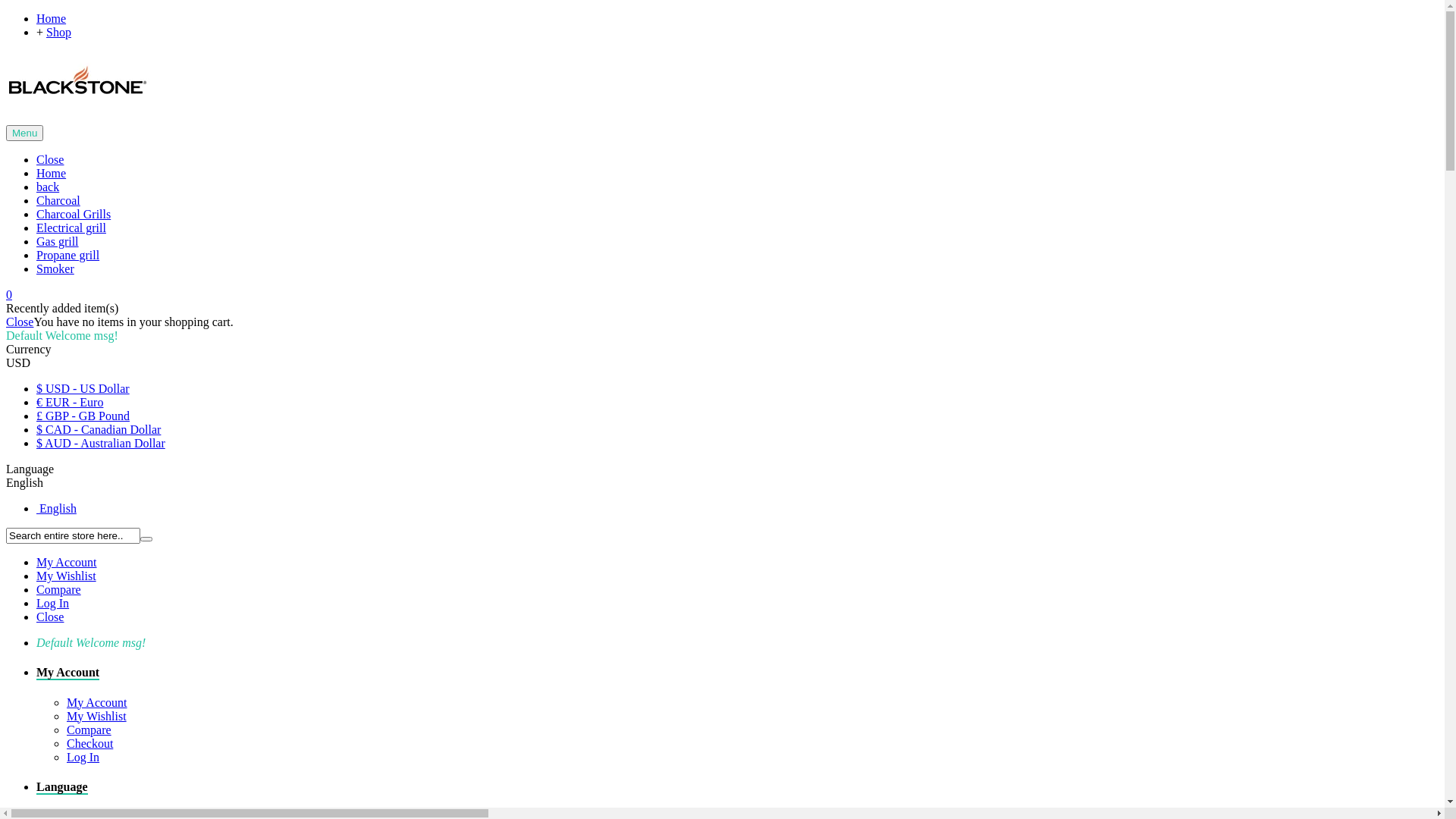 The image size is (1456, 819). Describe the element at coordinates (65, 742) in the screenshot. I see `'Checkout'` at that location.